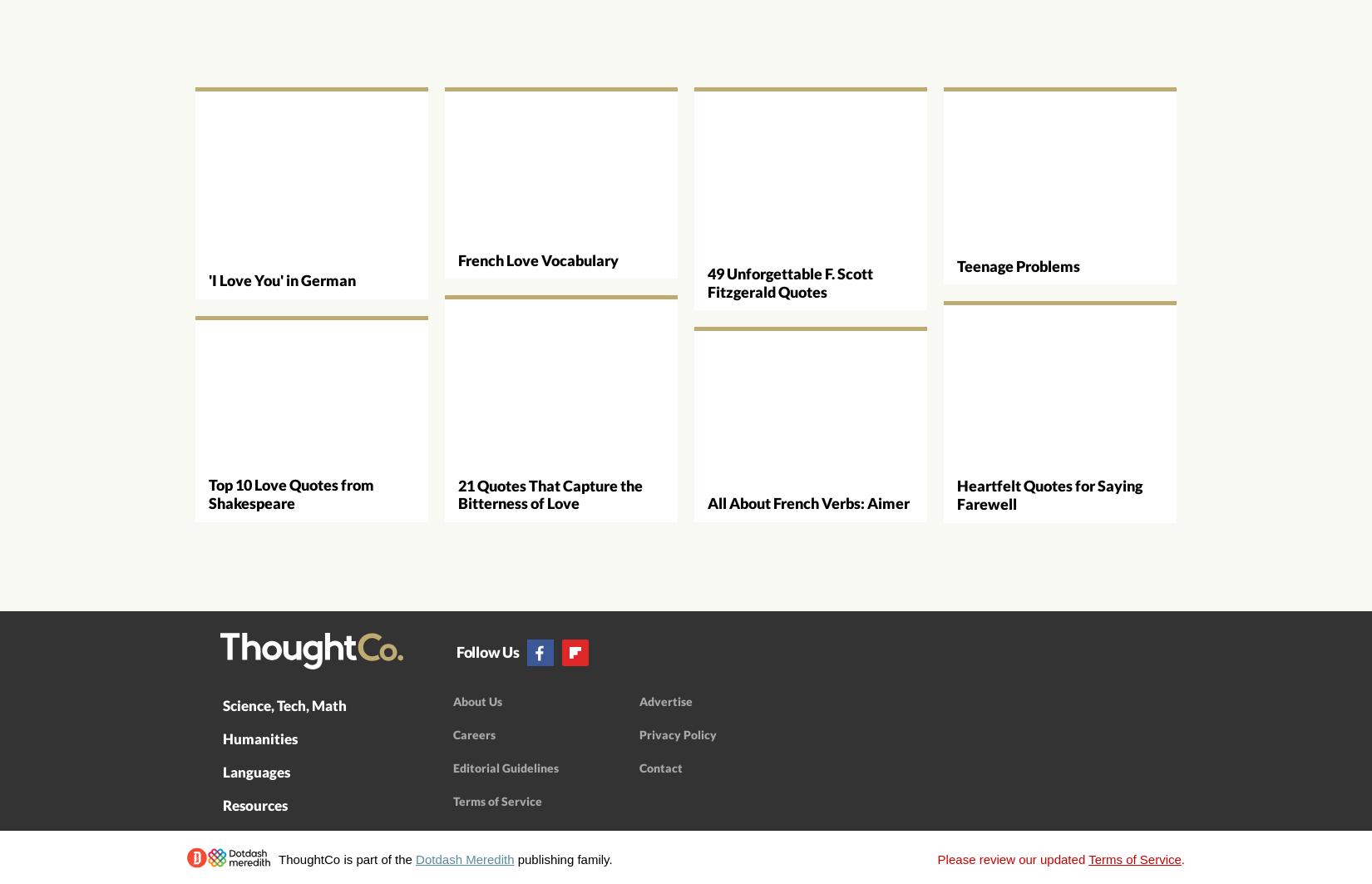 The height and width of the screenshot is (884, 1372). Describe the element at coordinates (790, 282) in the screenshot. I see `'49 Unforgettable F. Scott Fitzgerald Quotes'` at that location.